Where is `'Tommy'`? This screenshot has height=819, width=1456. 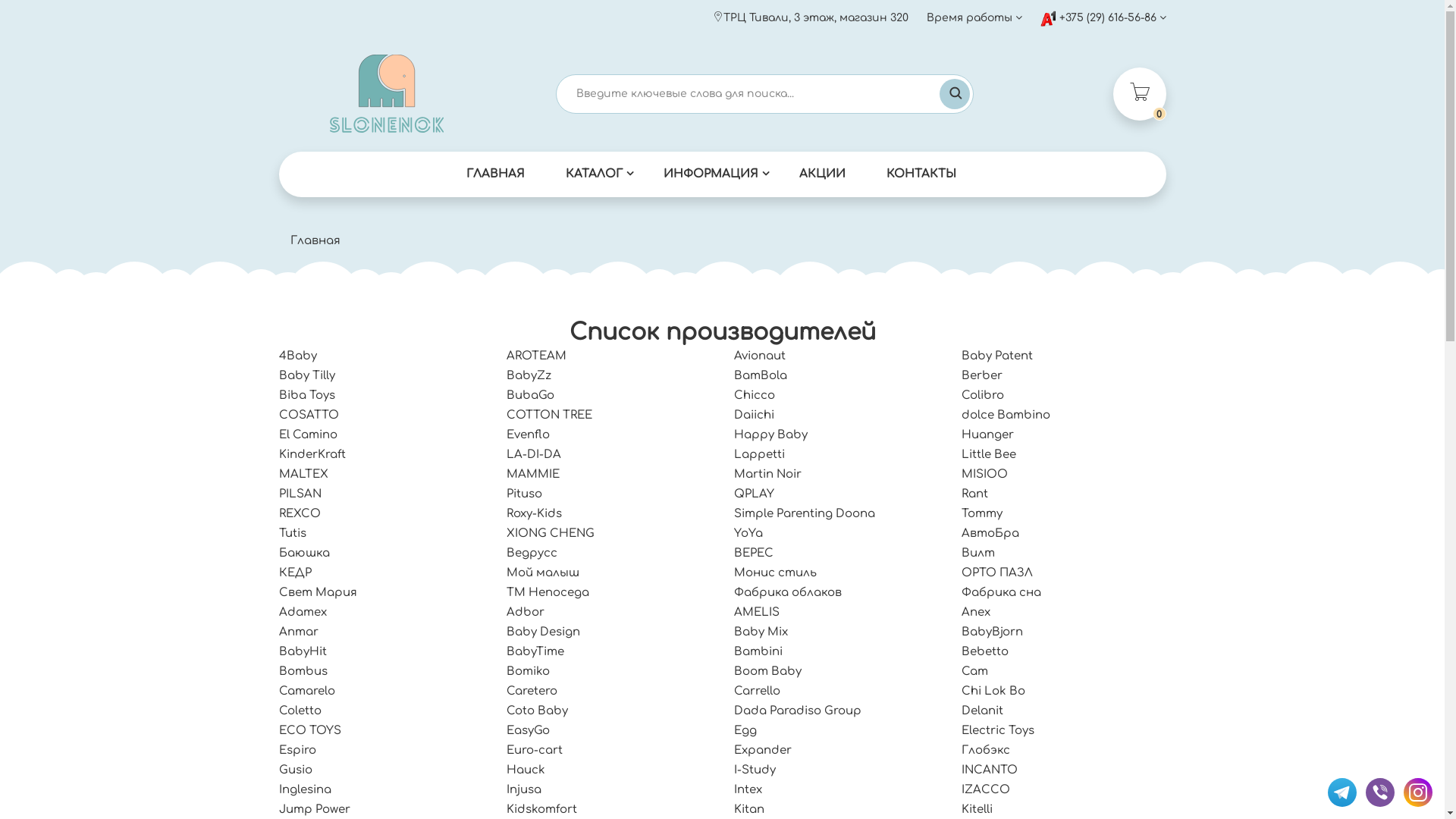 'Tommy' is located at coordinates (982, 513).